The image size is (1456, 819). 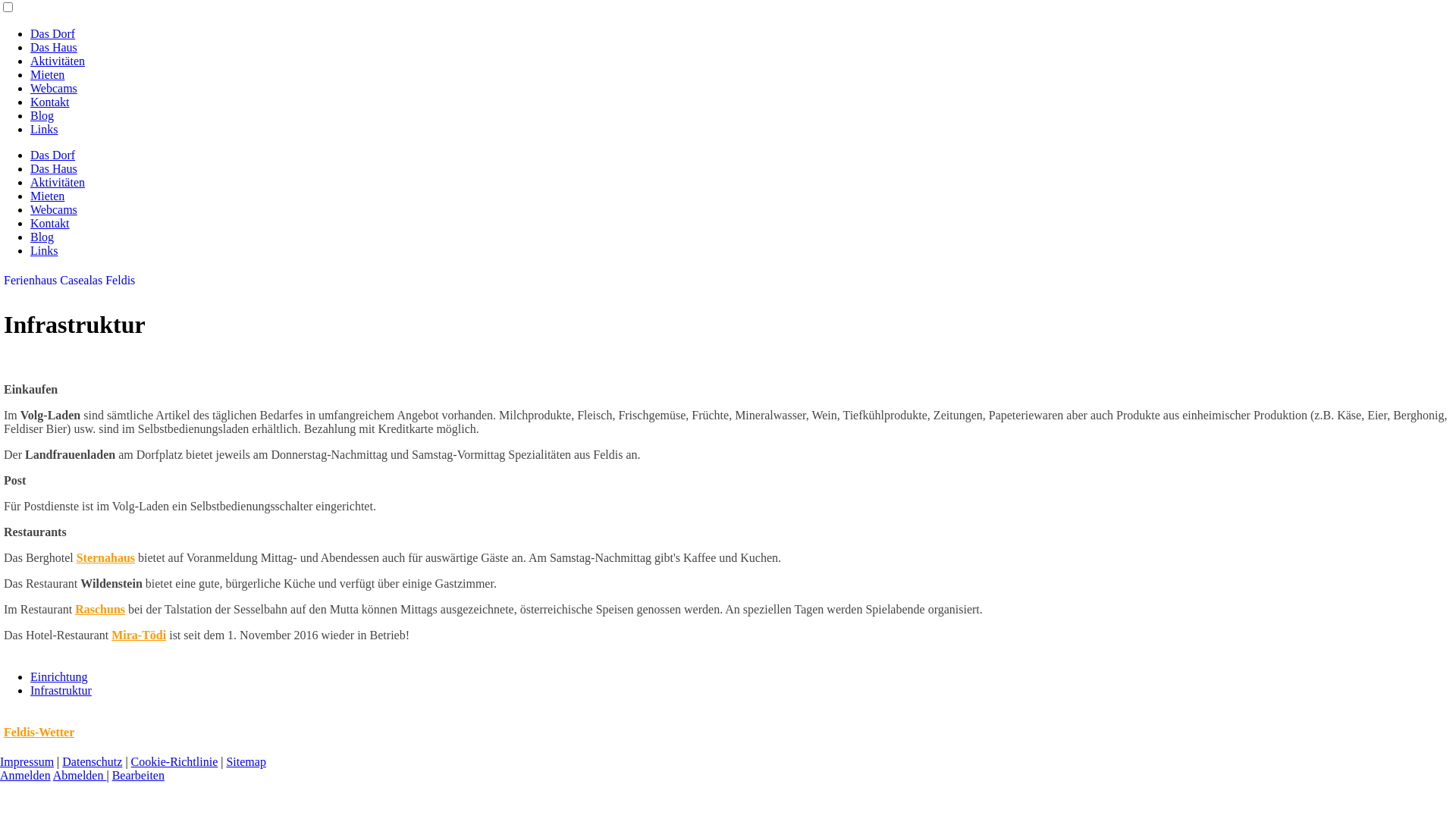 I want to click on 'Impressum', so click(x=27, y=761).